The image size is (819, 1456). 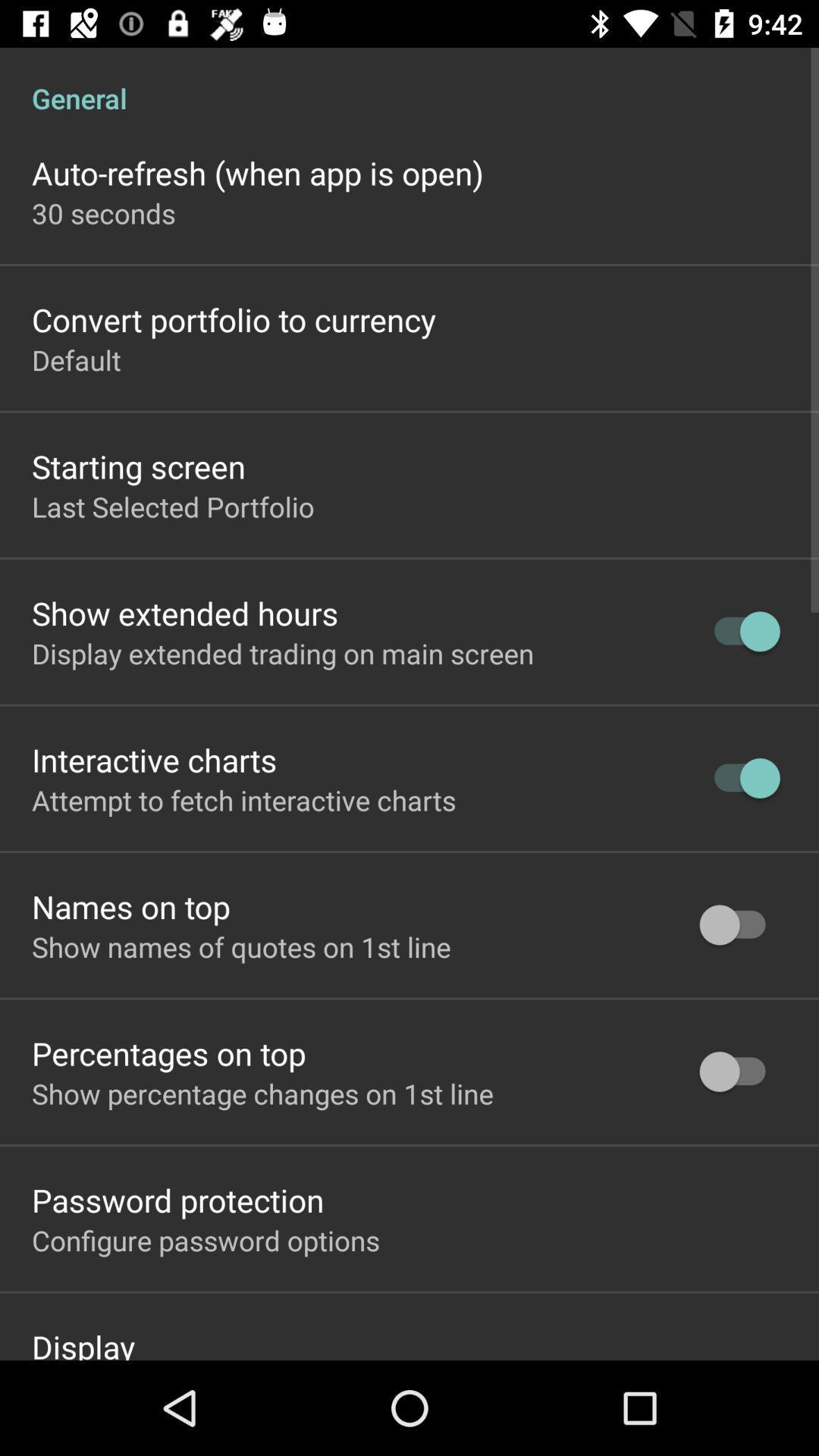 What do you see at coordinates (283, 653) in the screenshot?
I see `display extended trading` at bounding box center [283, 653].